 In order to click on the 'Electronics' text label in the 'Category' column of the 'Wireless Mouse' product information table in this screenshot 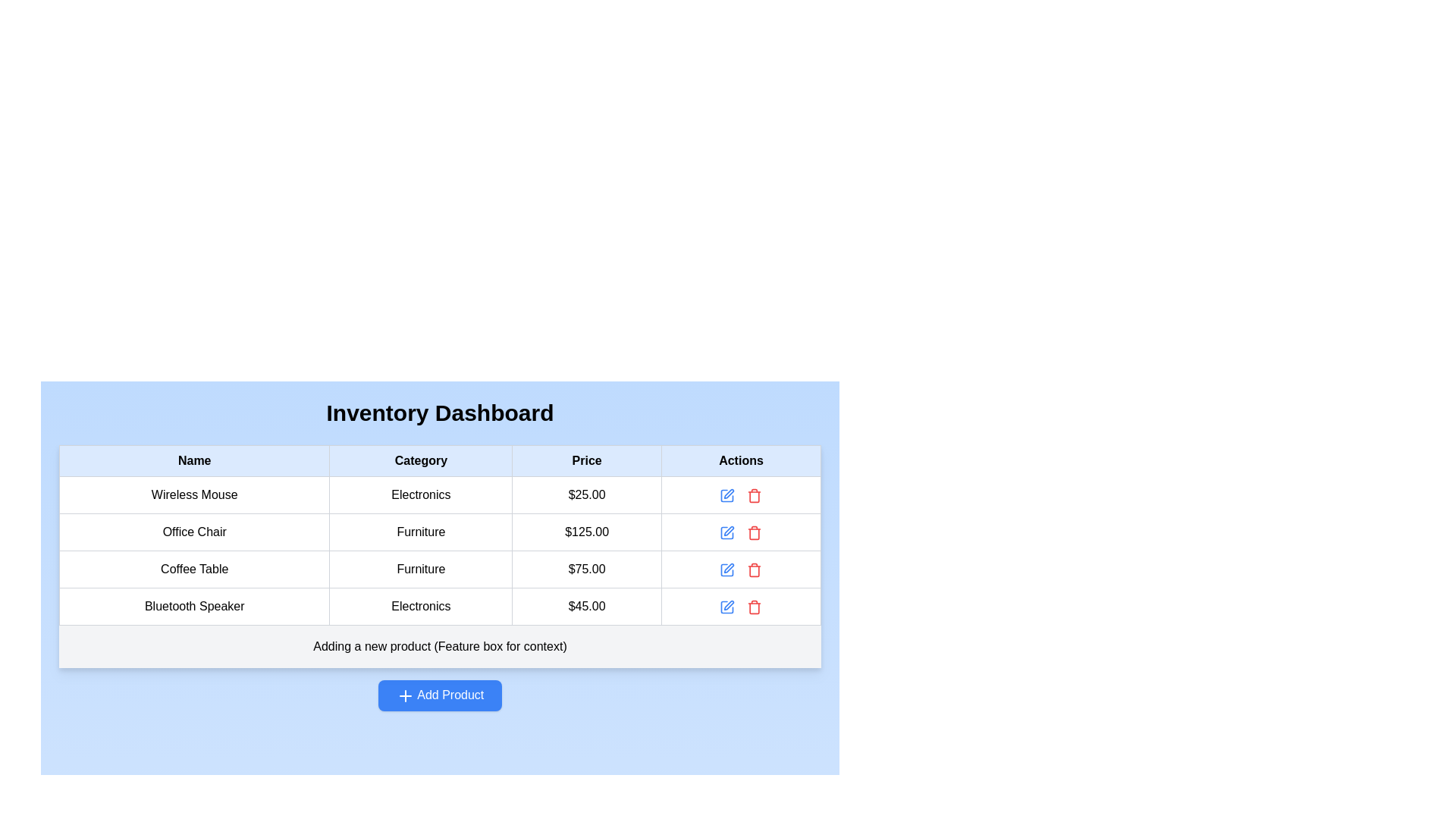, I will do `click(421, 494)`.